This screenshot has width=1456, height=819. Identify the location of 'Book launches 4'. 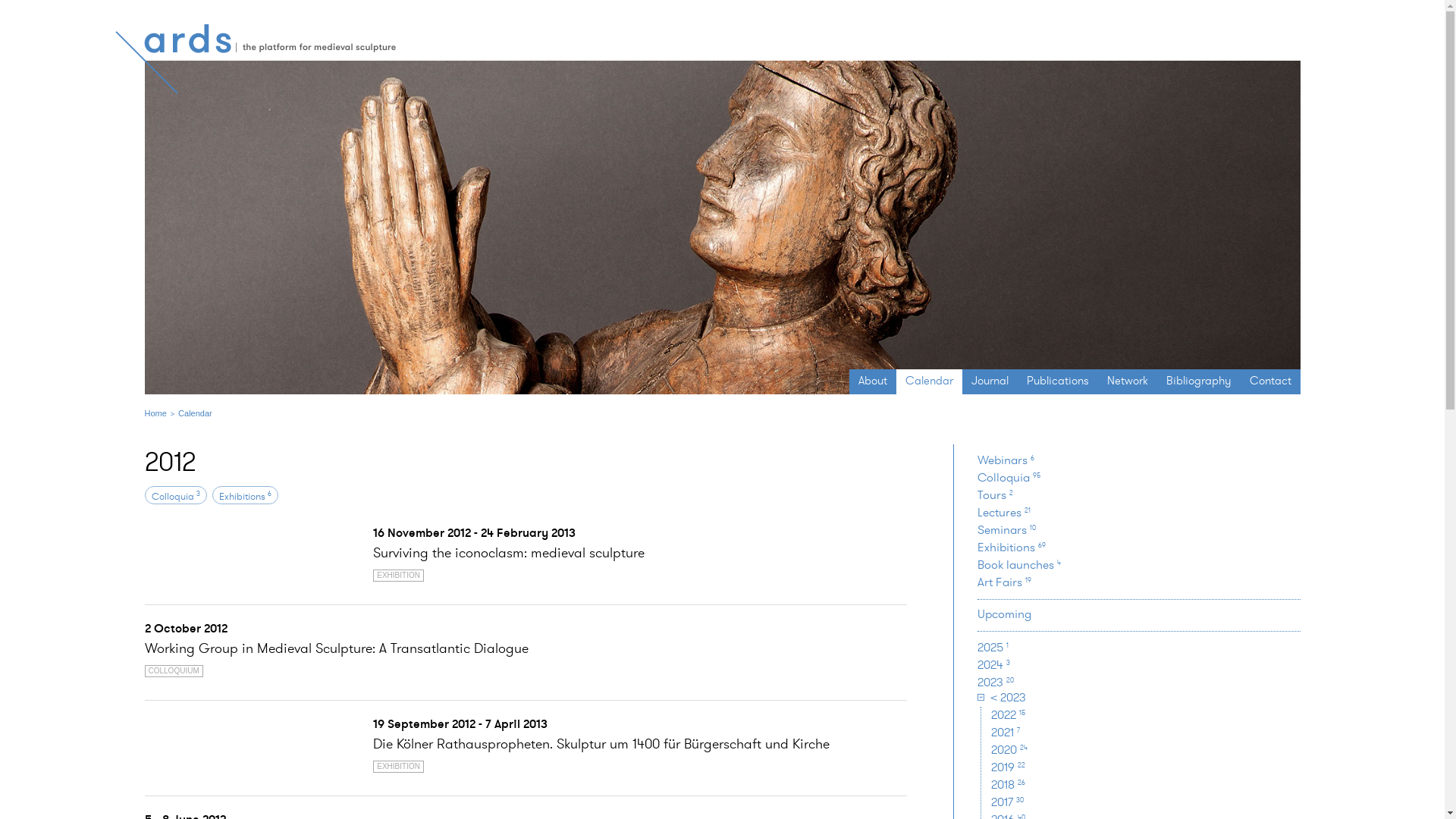
(1019, 564).